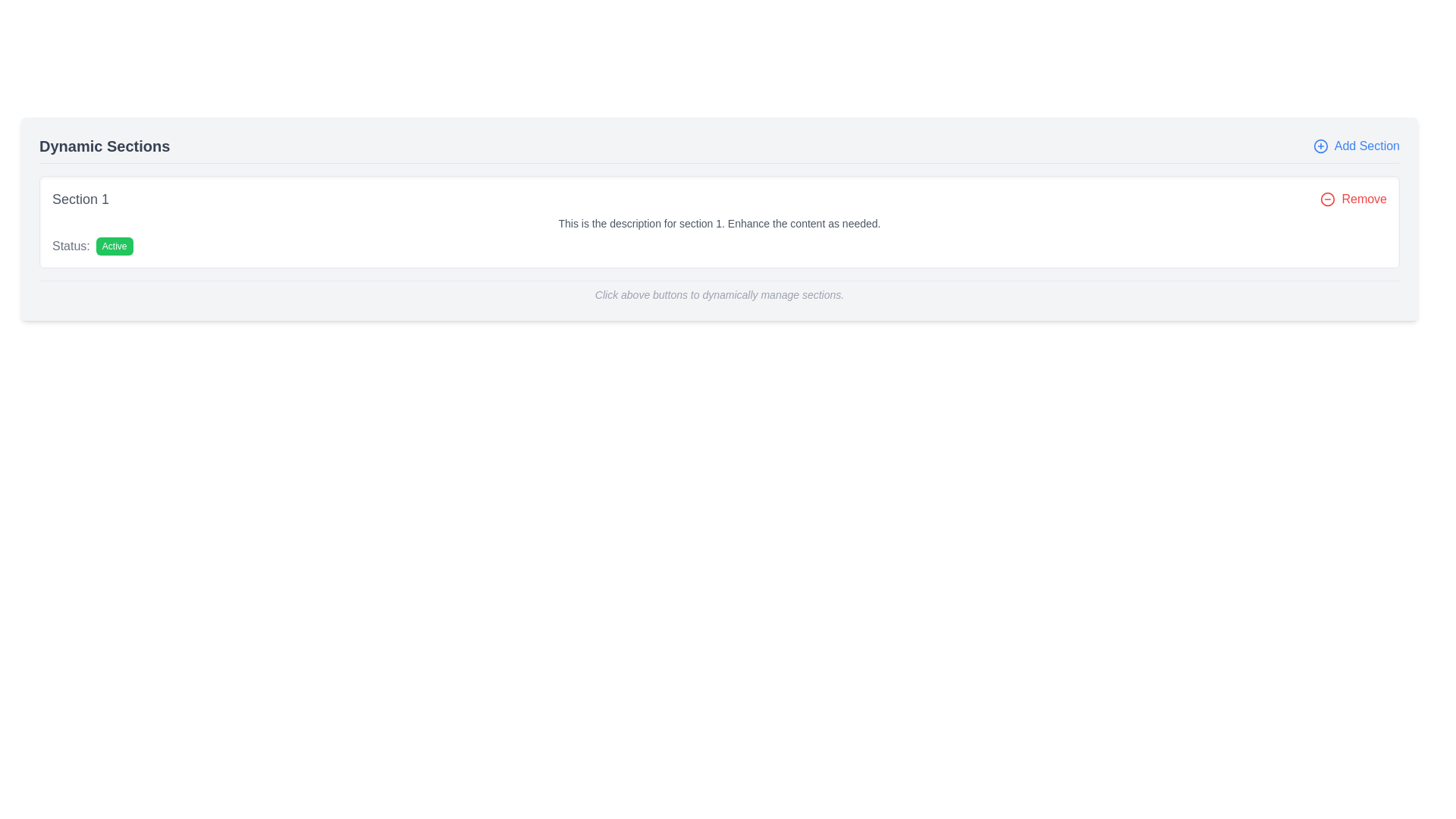 This screenshot has width=1456, height=819. Describe the element at coordinates (1364, 198) in the screenshot. I see `the 'Remove' text label, which is styled in a bold, red font and is located to the right of a circular minus icon in 'Section 1'` at that location.